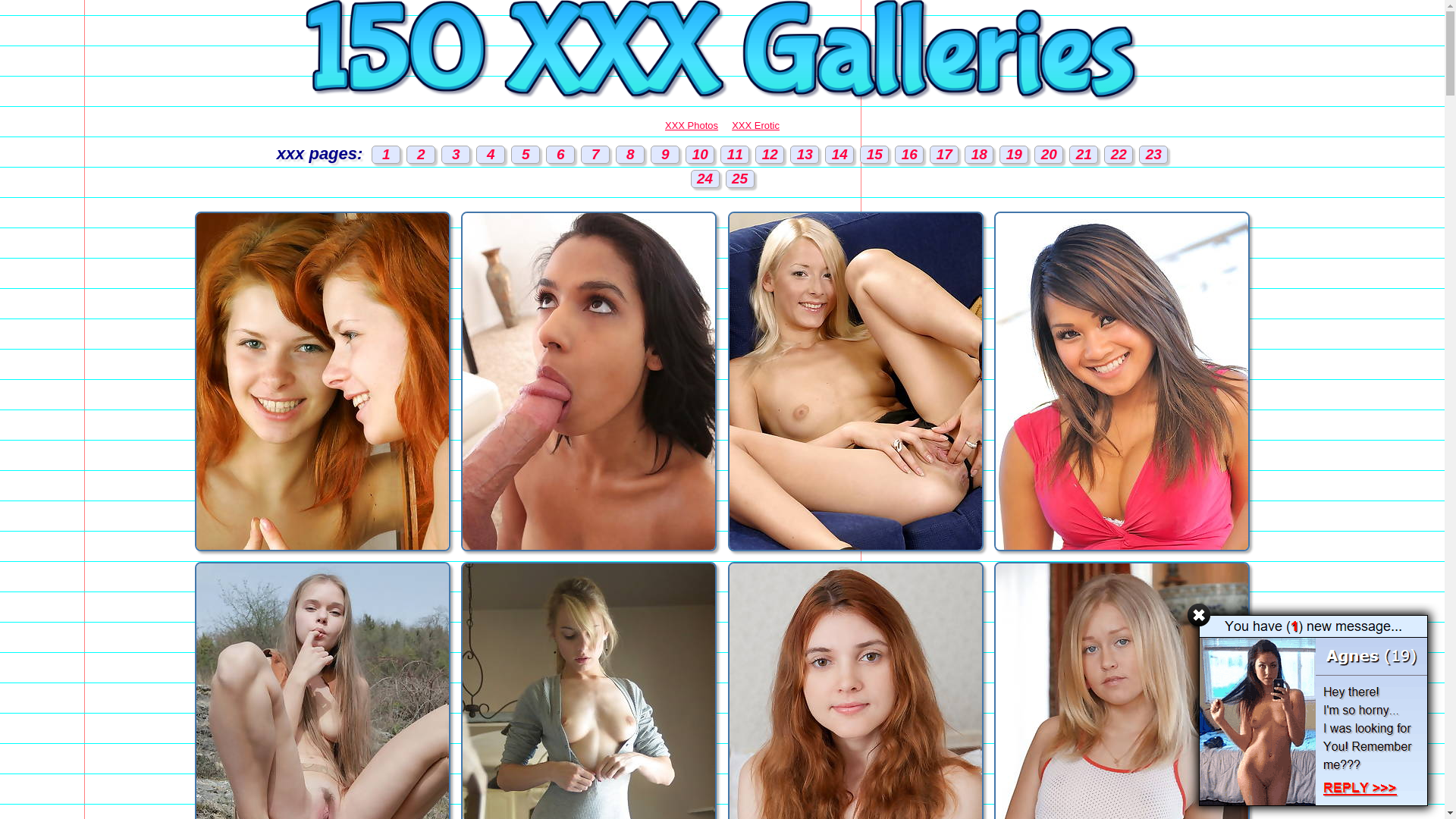 The height and width of the screenshot is (819, 1456). What do you see at coordinates (704, 177) in the screenshot?
I see `'24'` at bounding box center [704, 177].